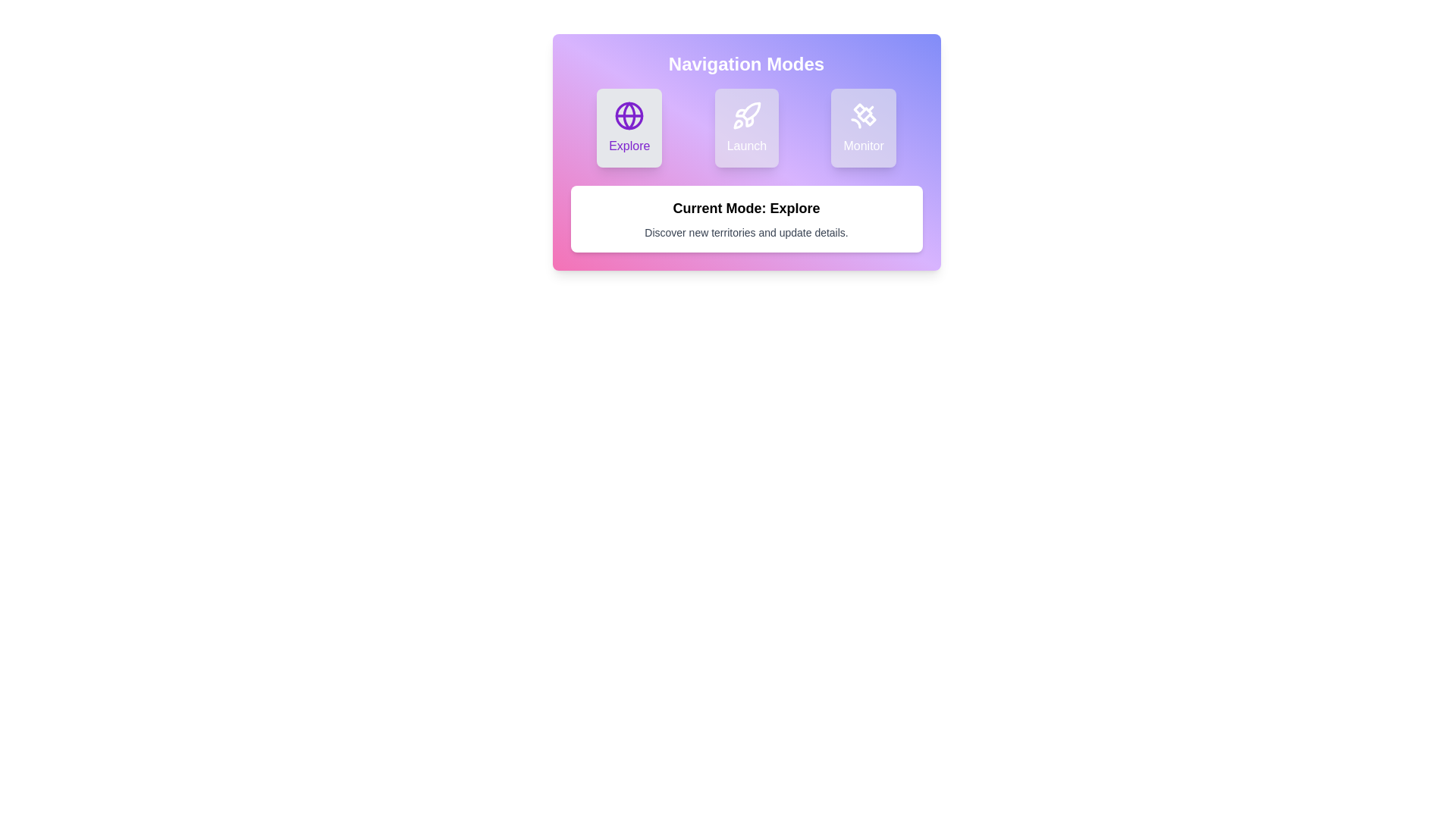  What do you see at coordinates (746, 127) in the screenshot?
I see `the navigation mode Launch by clicking on the corresponding button` at bounding box center [746, 127].